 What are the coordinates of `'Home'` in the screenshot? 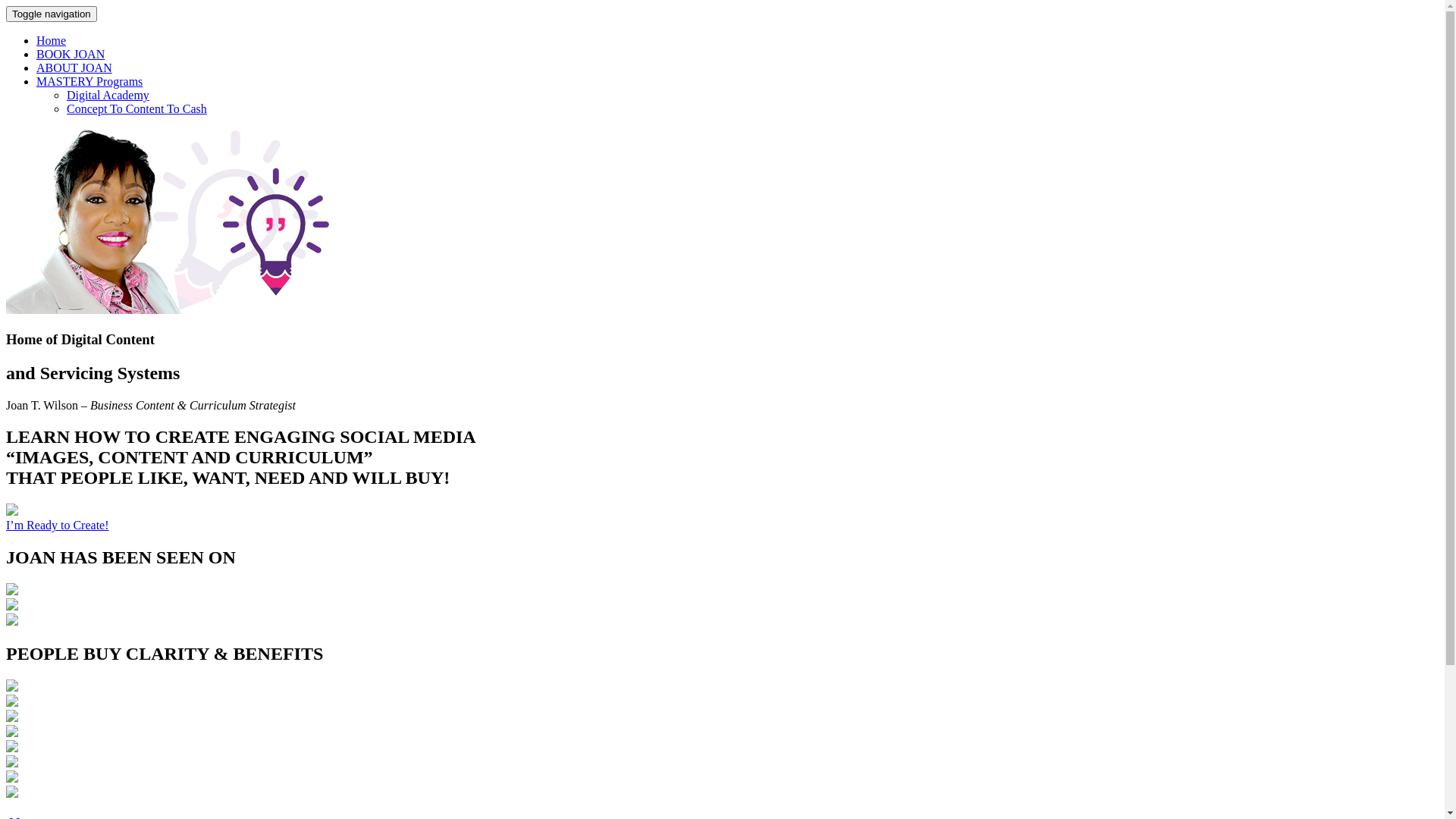 It's located at (51, 39).